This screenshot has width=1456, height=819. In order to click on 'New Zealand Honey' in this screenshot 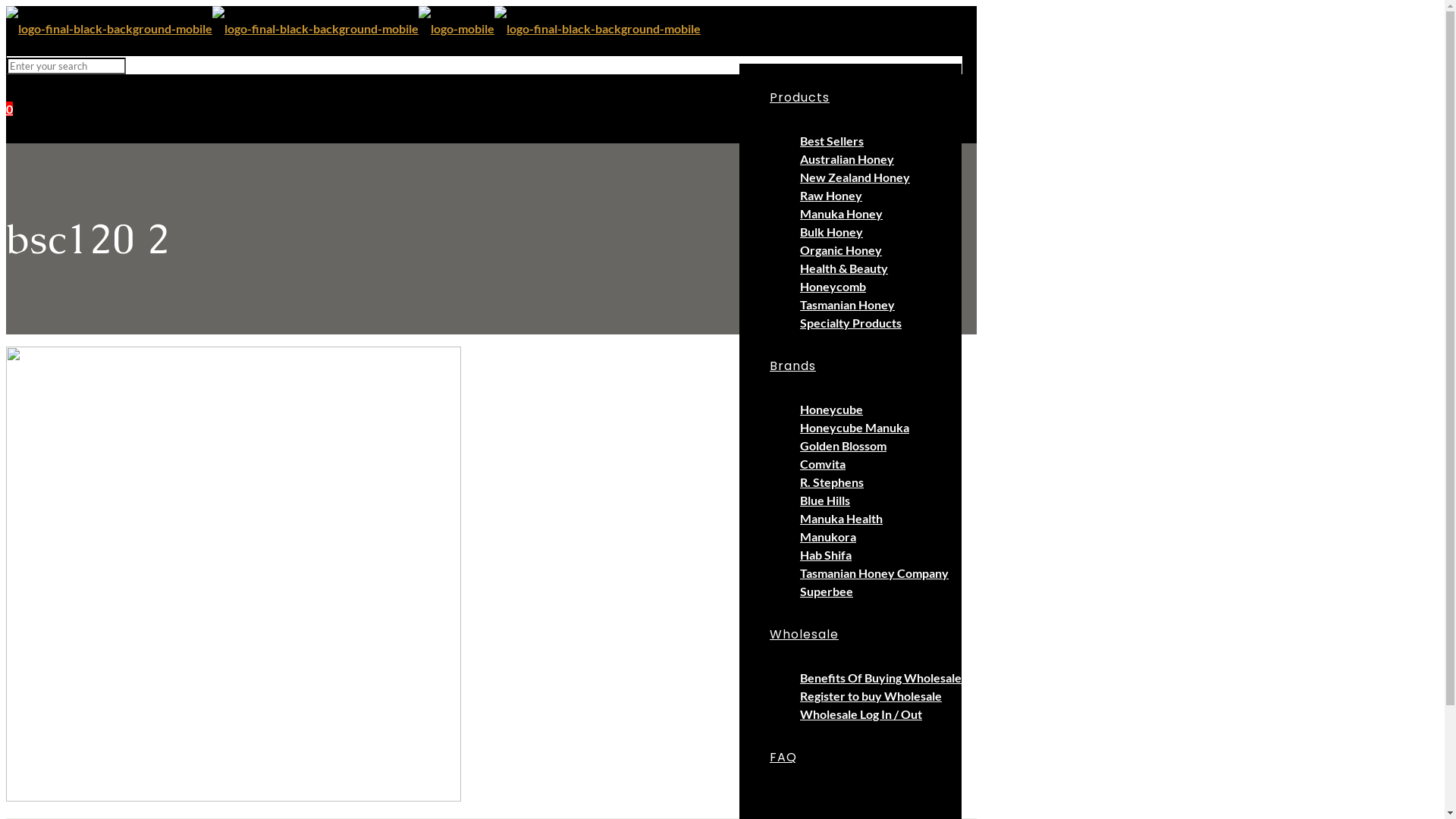, I will do `click(855, 176)`.